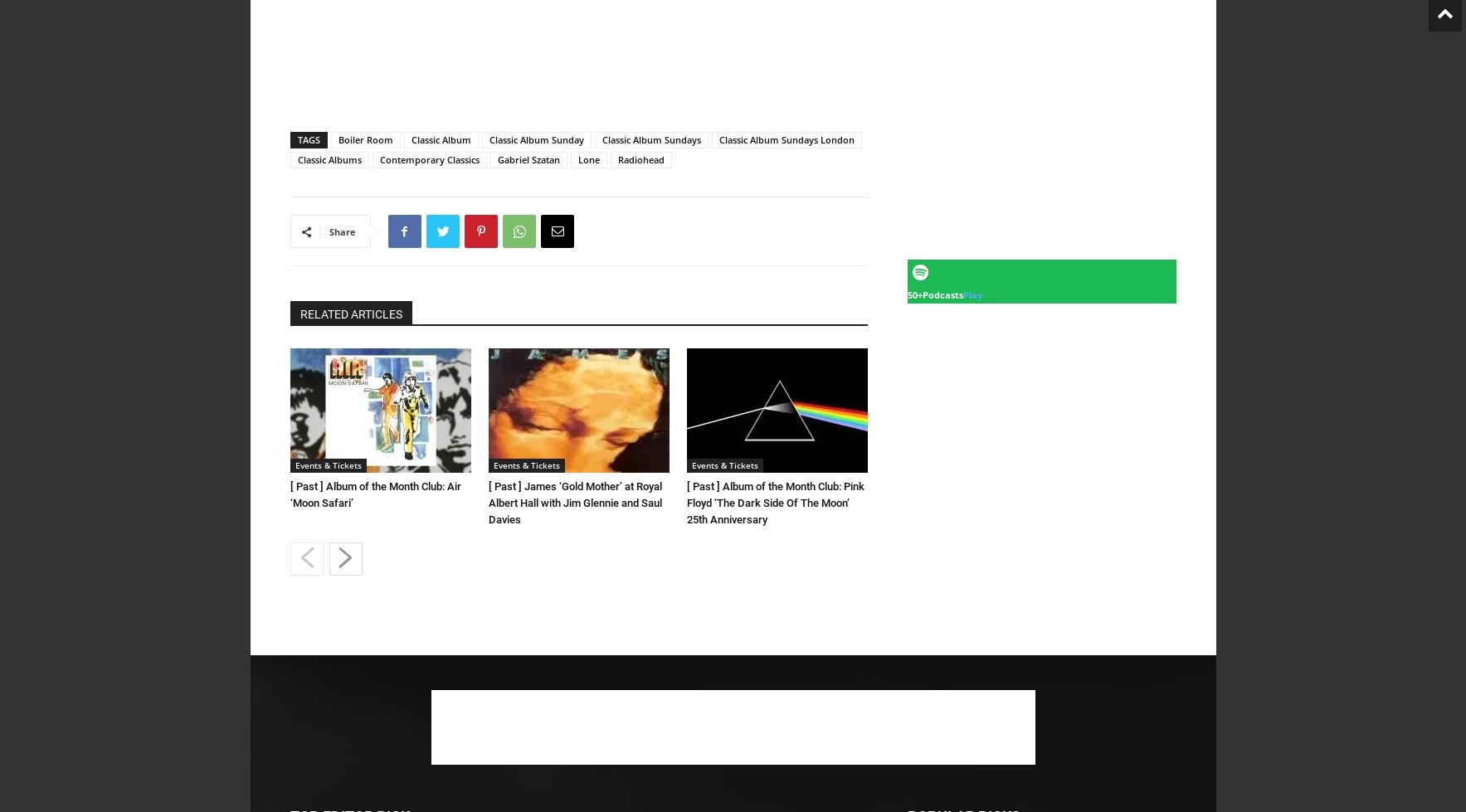 This screenshot has height=812, width=1466. Describe the element at coordinates (942, 294) in the screenshot. I see `'Podcasts'` at that location.